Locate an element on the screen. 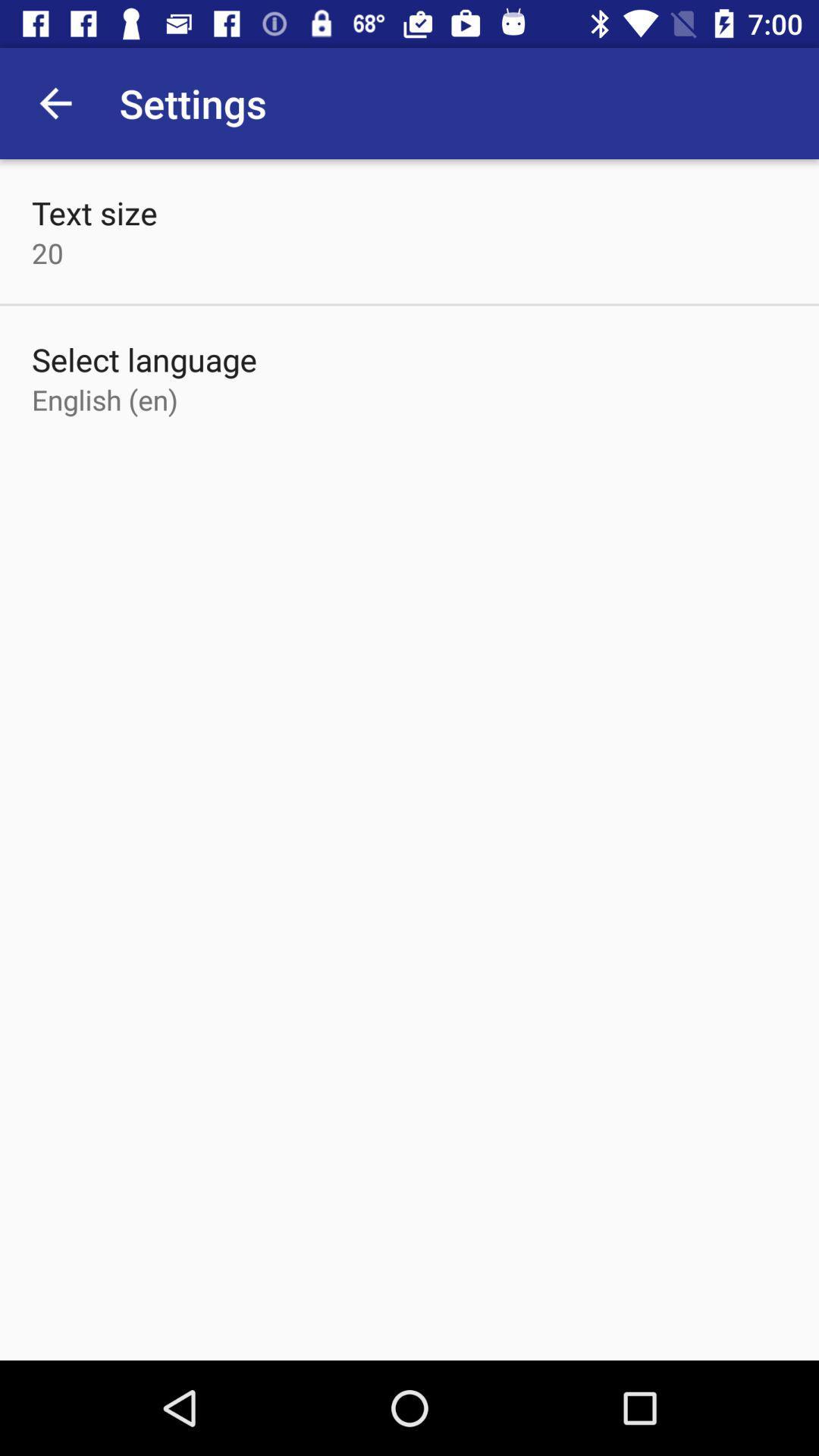 This screenshot has height=1456, width=819. the select language icon is located at coordinates (144, 359).